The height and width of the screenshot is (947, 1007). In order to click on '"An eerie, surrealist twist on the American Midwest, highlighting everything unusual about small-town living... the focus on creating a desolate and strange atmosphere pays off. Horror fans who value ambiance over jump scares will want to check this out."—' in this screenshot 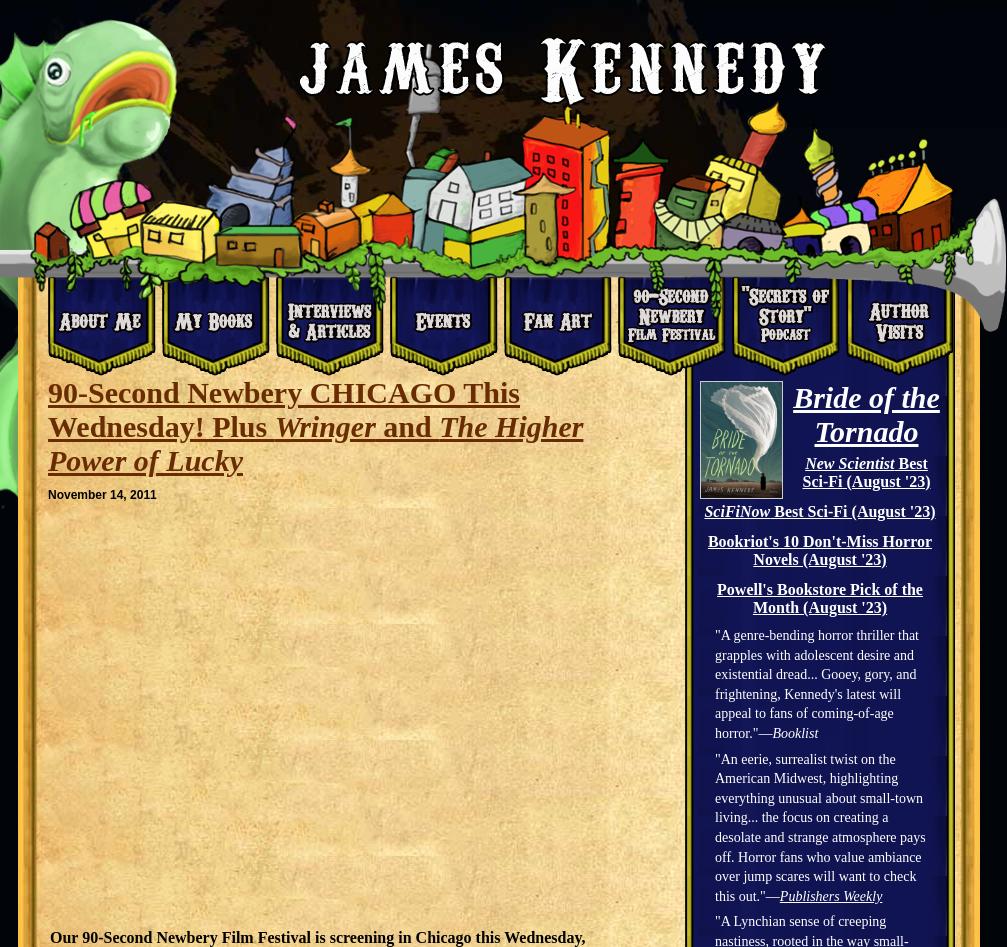, I will do `click(713, 827)`.